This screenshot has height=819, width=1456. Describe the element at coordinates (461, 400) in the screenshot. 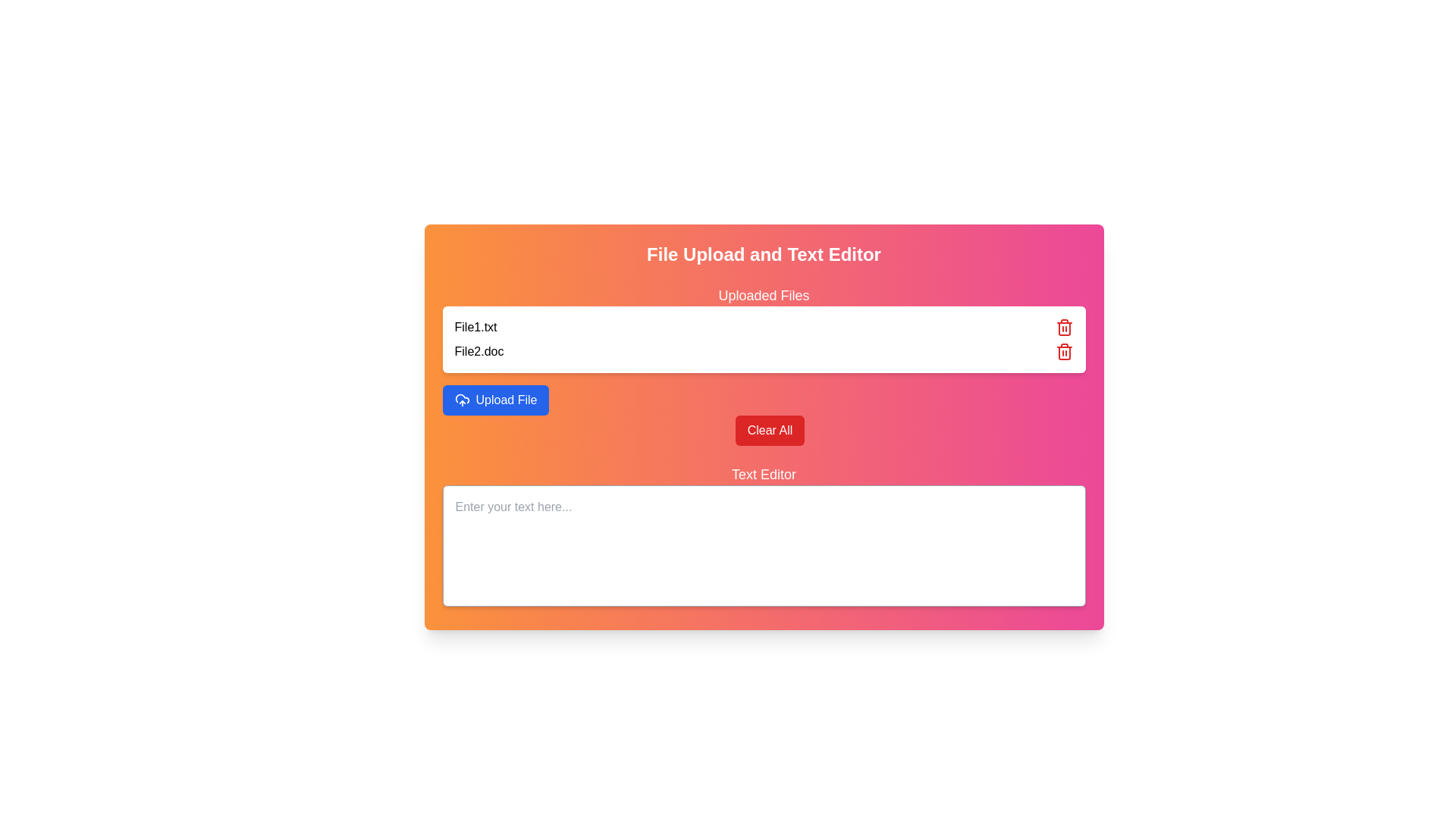

I see `the upload file icon located to the left of the 'Upload File' button, enhancing its meaning` at that location.